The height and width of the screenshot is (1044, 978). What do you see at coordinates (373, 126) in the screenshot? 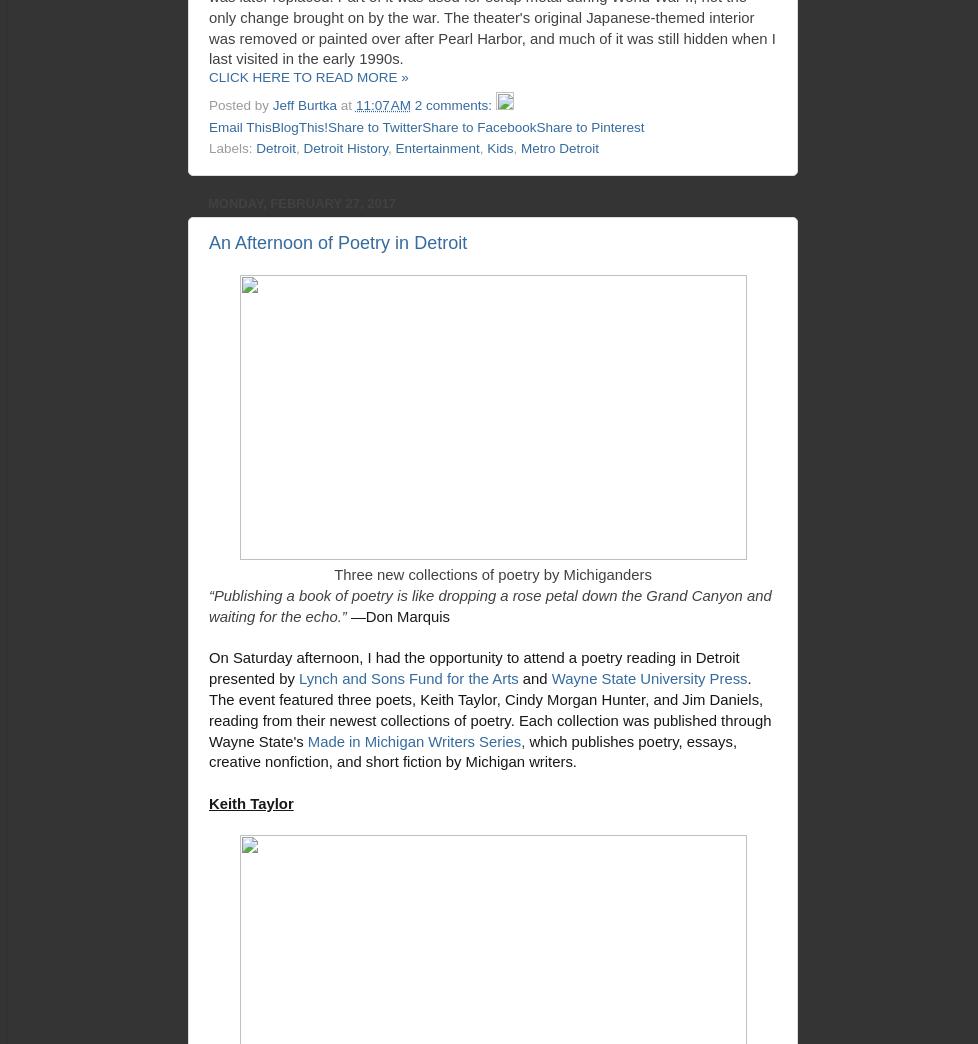
I see `'Share to Twitter'` at bounding box center [373, 126].